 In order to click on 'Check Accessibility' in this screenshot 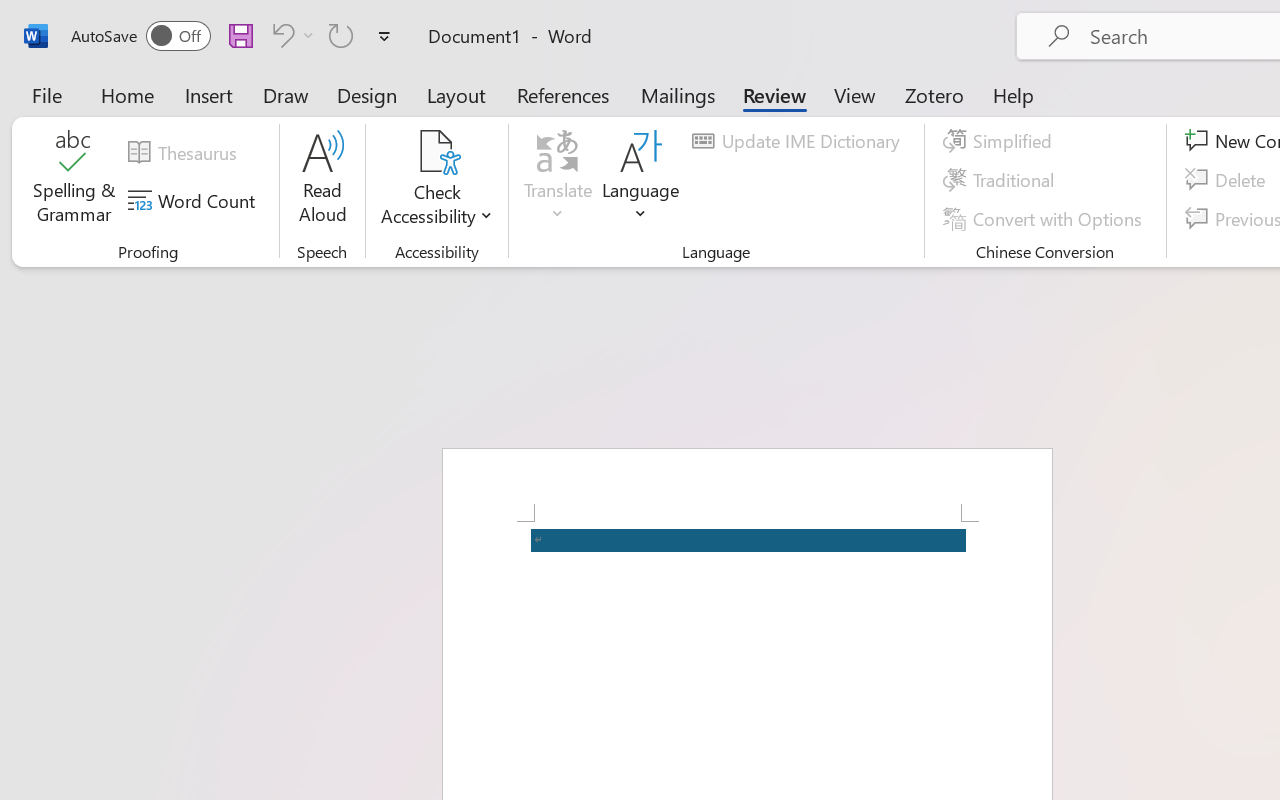, I will do `click(436, 179)`.